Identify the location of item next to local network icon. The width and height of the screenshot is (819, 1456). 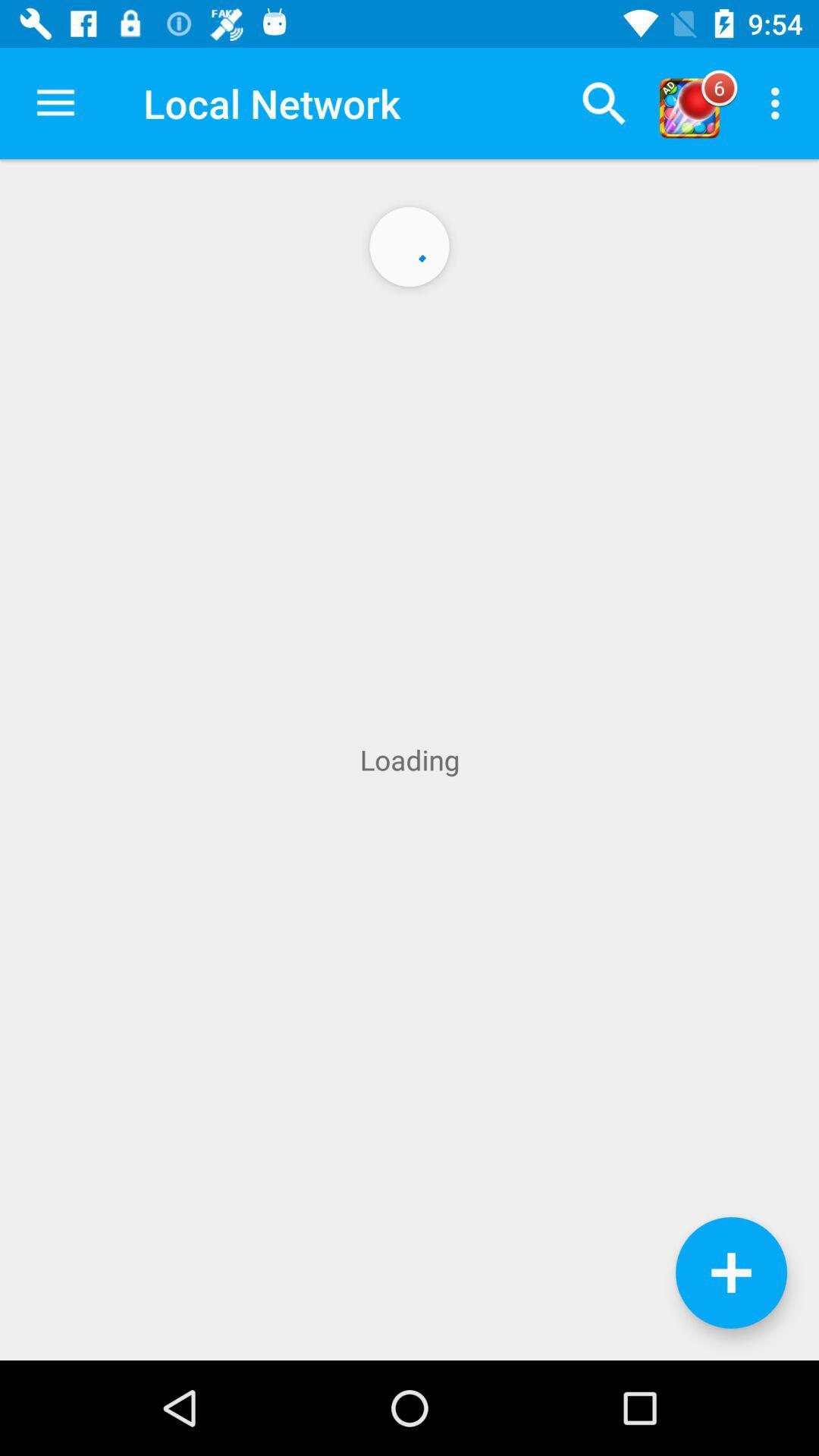
(603, 102).